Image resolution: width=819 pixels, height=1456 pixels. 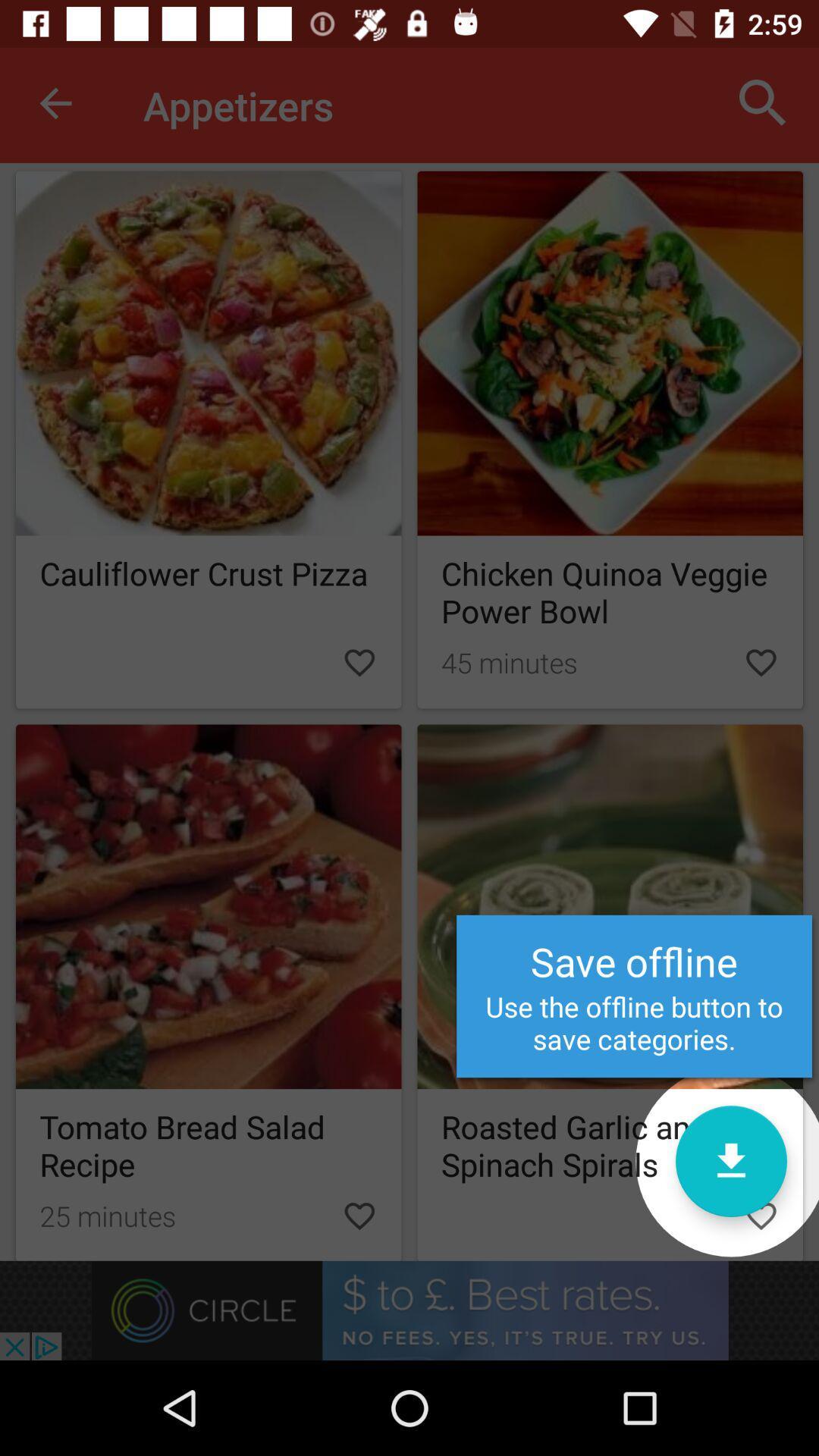 What do you see at coordinates (730, 1160) in the screenshot?
I see `offline` at bounding box center [730, 1160].